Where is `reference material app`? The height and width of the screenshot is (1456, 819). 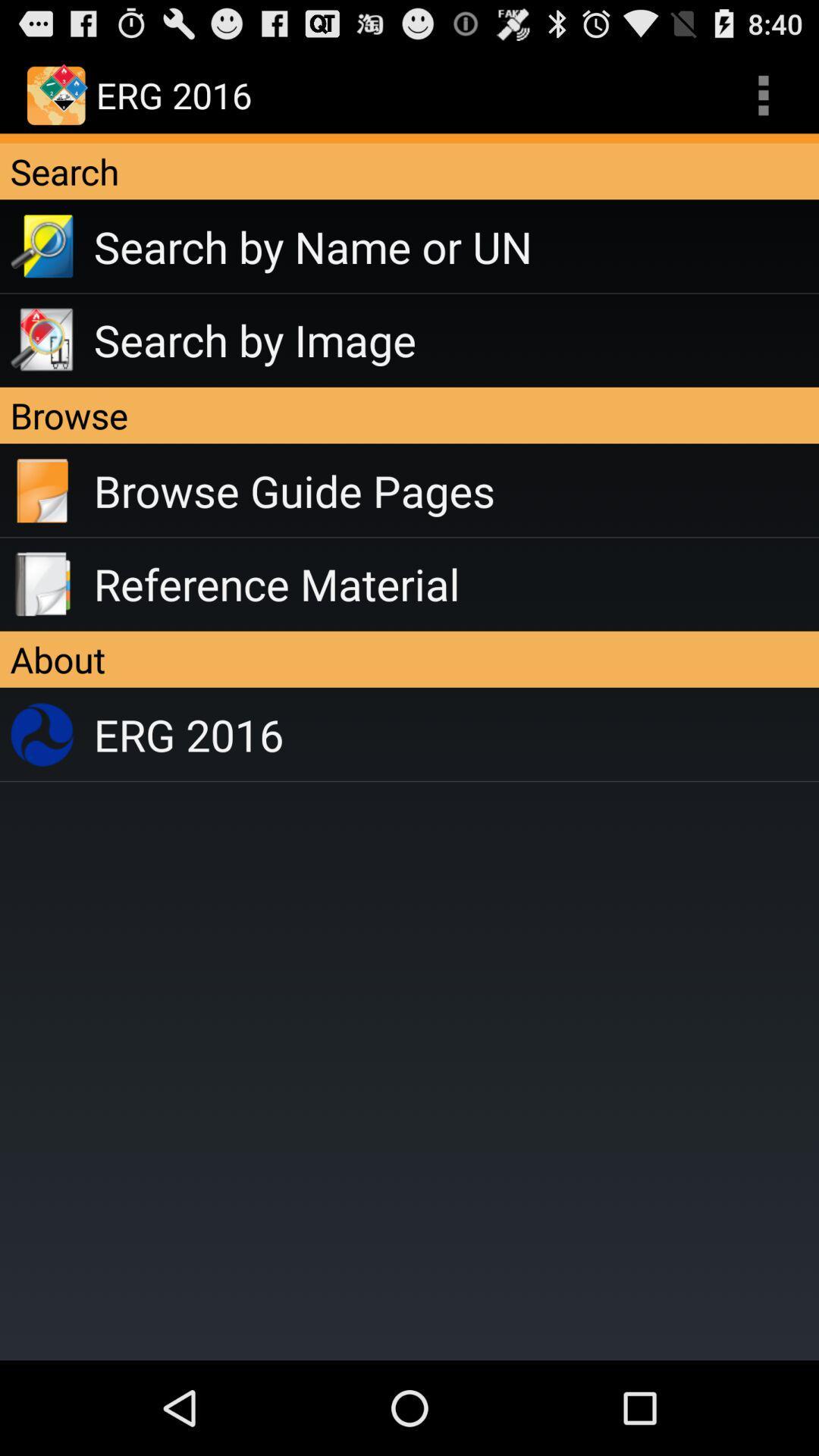
reference material app is located at coordinates (455, 583).